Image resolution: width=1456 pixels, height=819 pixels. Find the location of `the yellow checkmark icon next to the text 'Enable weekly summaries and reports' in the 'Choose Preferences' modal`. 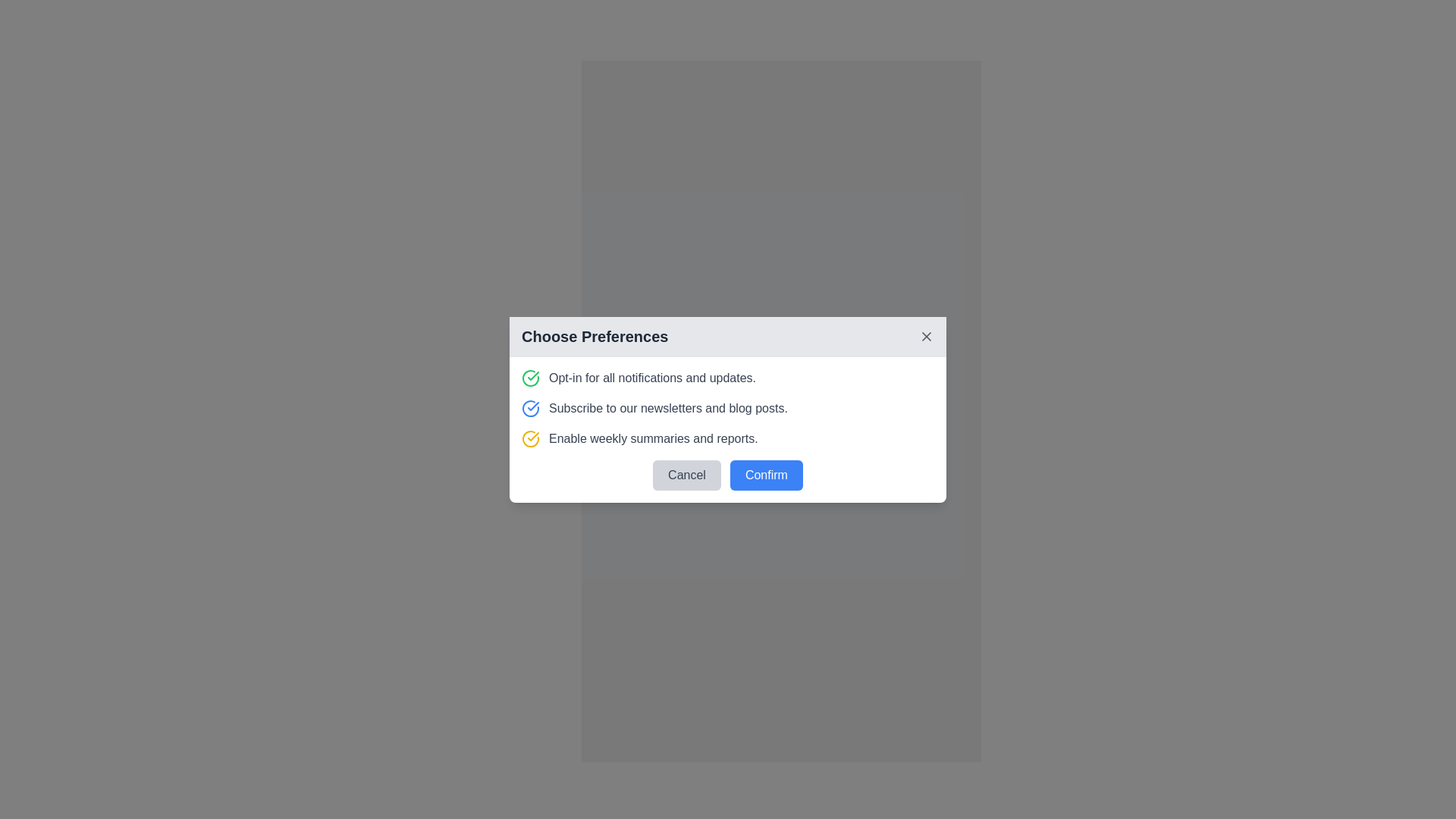

the yellow checkmark icon next to the text 'Enable weekly summaries and reports' in the 'Choose Preferences' modal is located at coordinates (533, 436).